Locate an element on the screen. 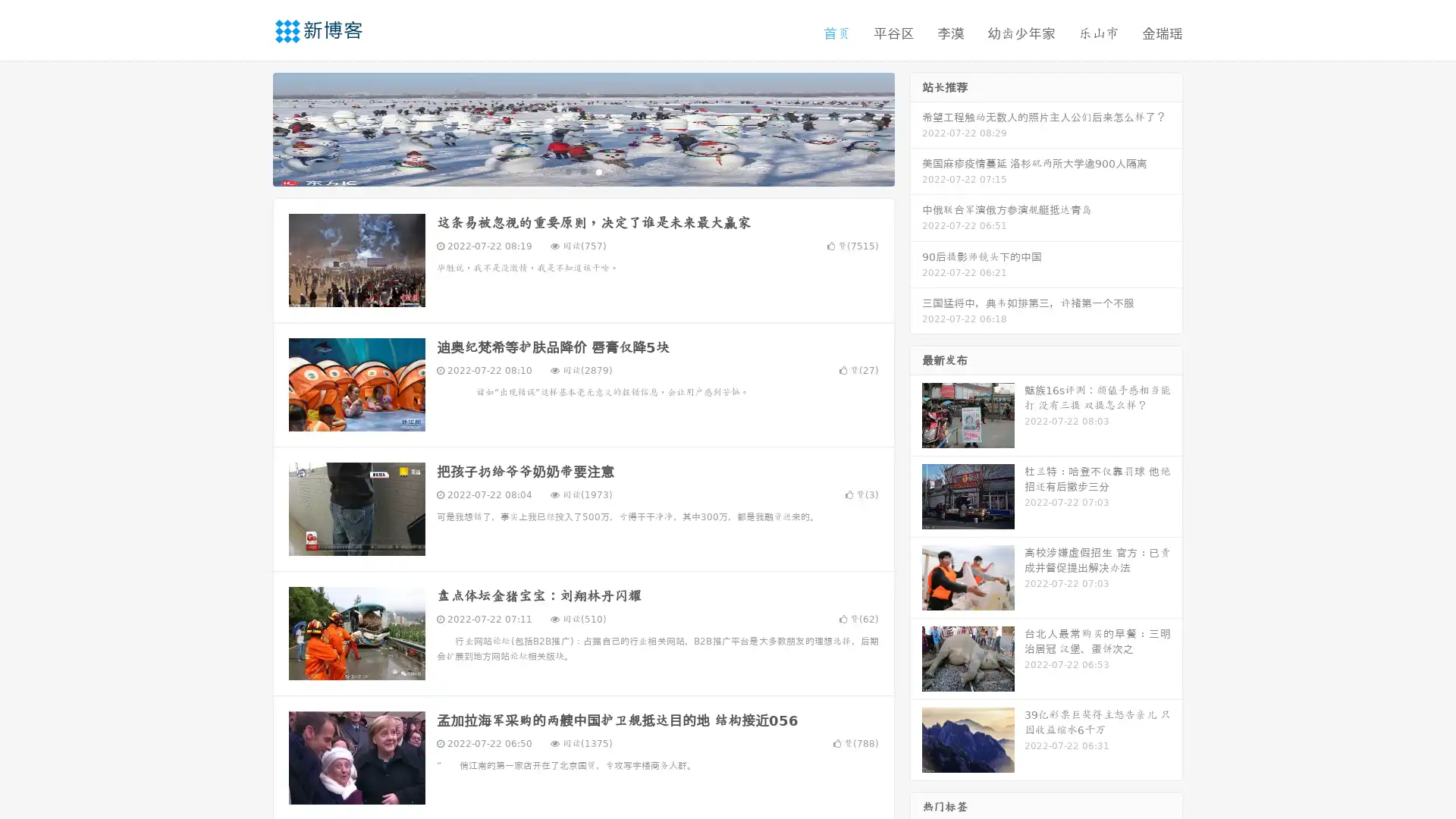  Go to slide 2 is located at coordinates (582, 171).